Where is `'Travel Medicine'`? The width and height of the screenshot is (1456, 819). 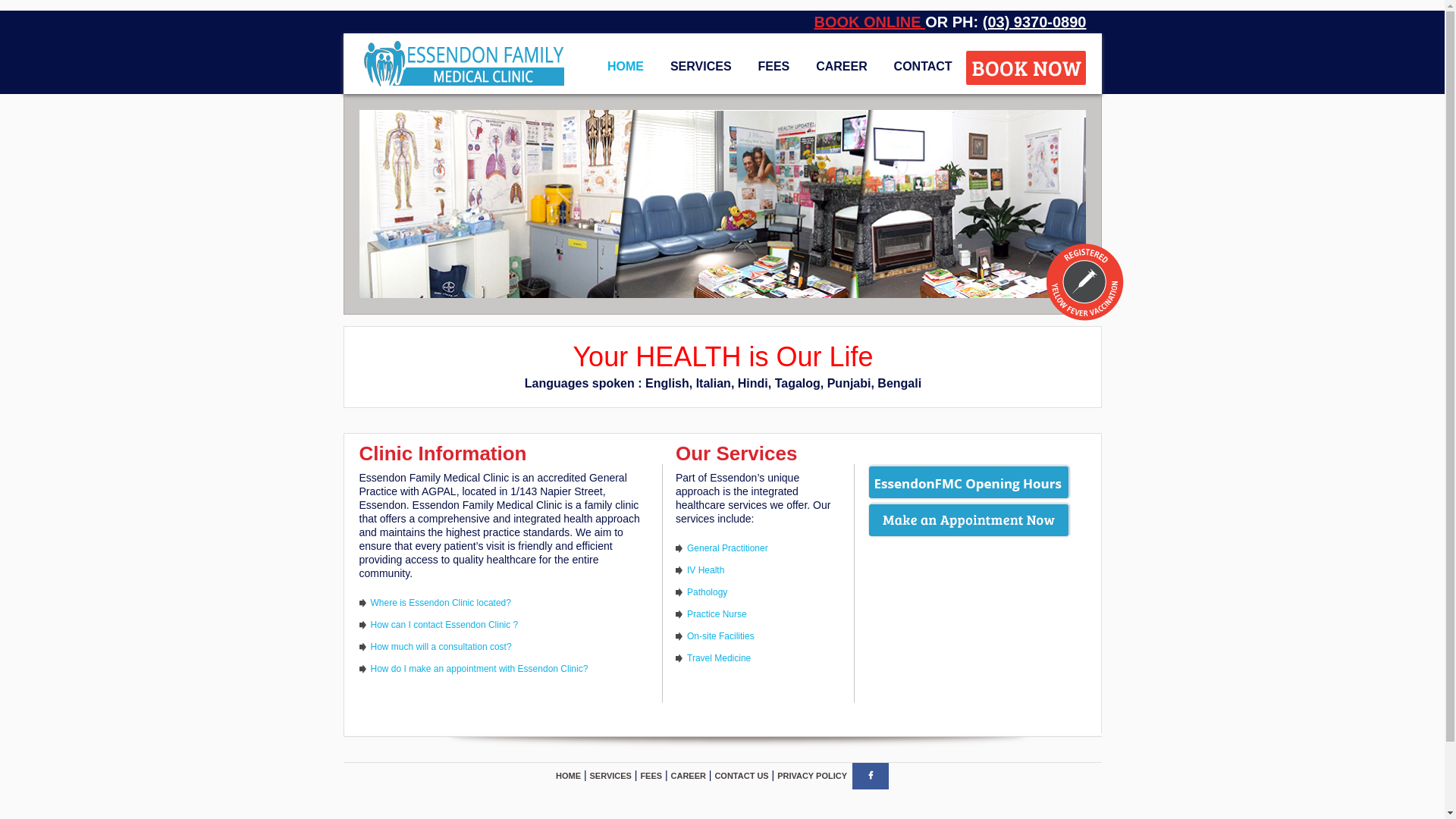 'Travel Medicine' is located at coordinates (718, 657).